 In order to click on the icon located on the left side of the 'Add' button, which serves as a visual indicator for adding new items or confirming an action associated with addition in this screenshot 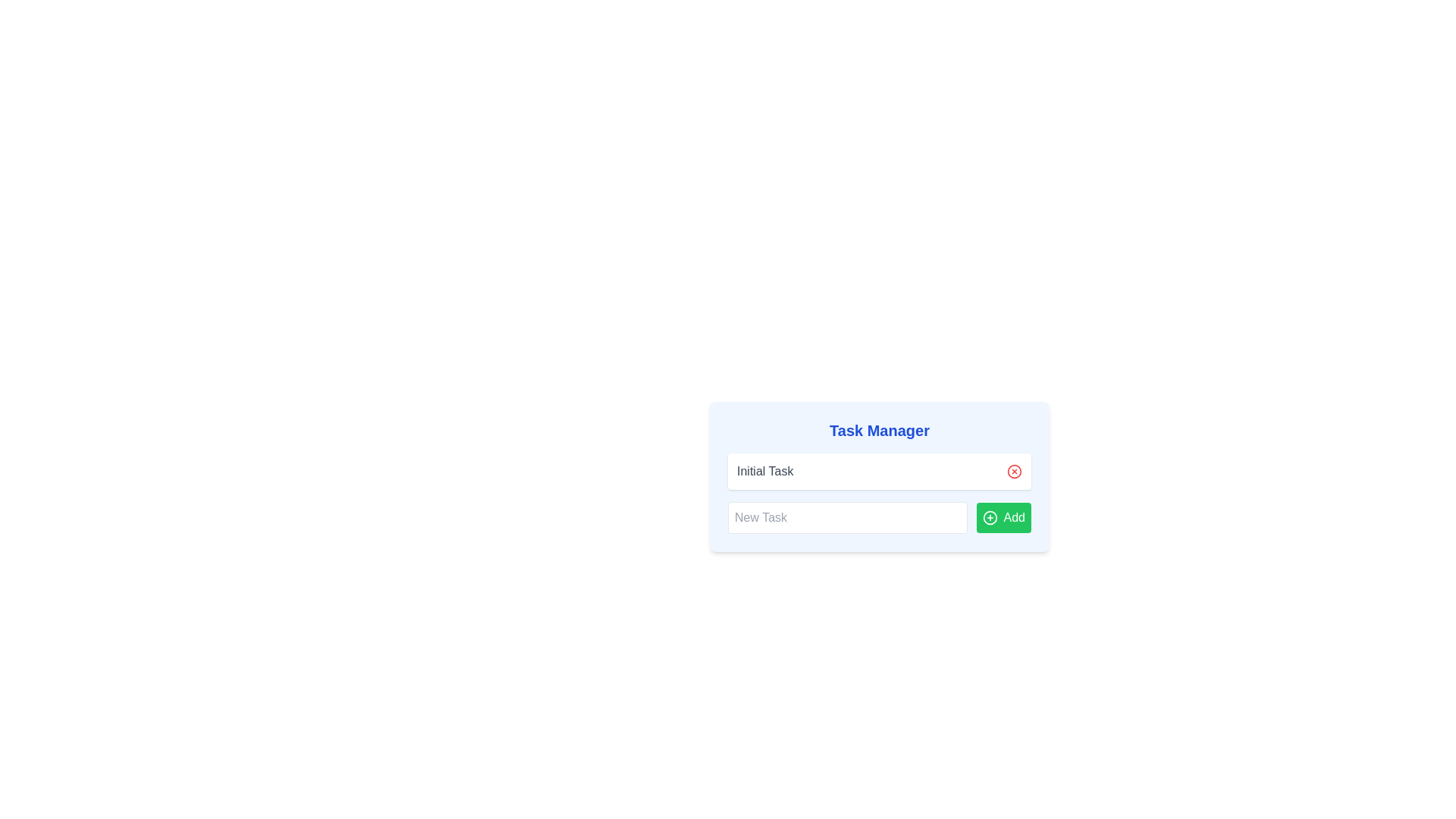, I will do `click(990, 516)`.